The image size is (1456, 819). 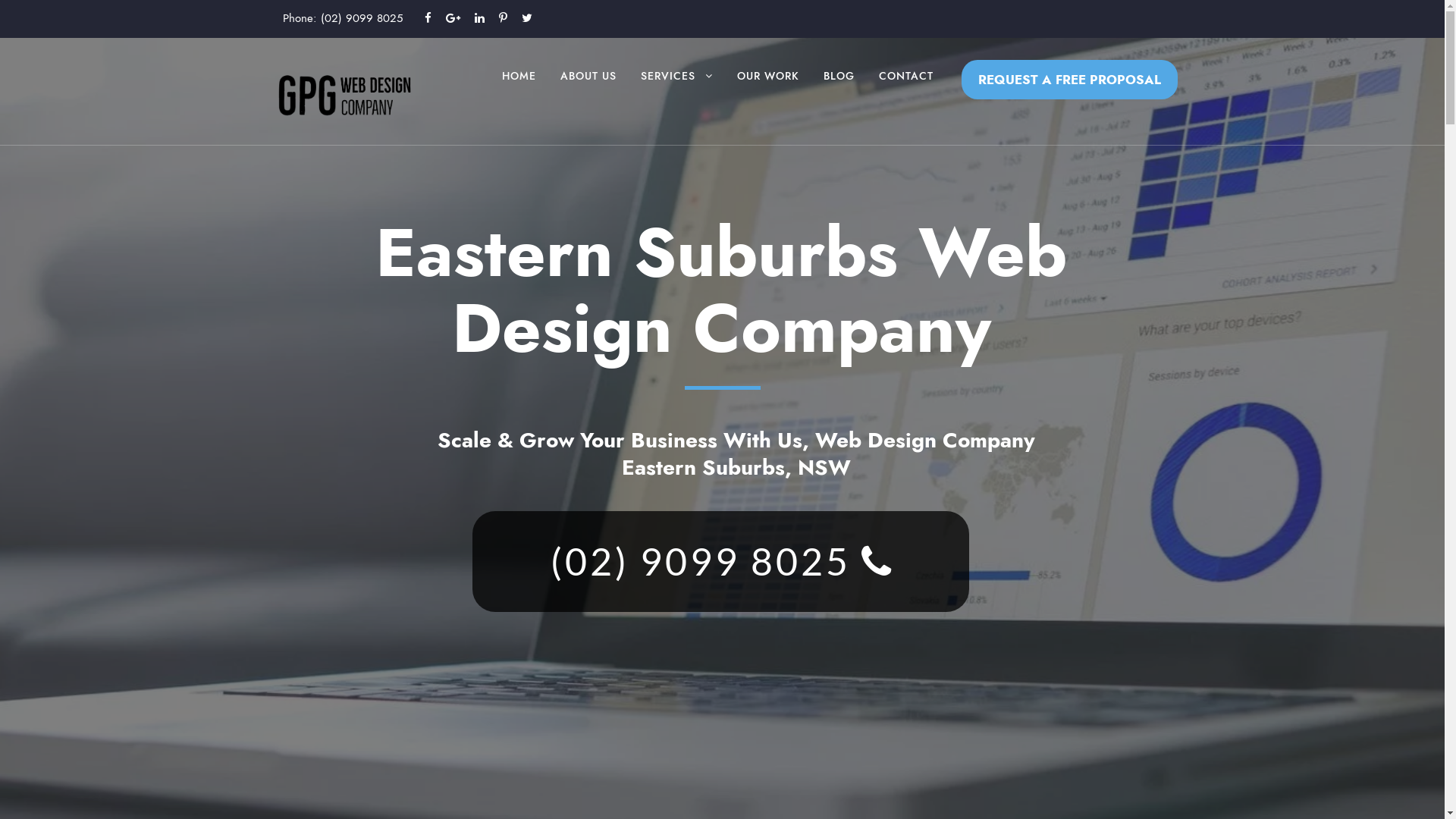 What do you see at coordinates (343, 94) in the screenshot?
I see `'Web Design Company Eastern Suburbs logo1'` at bounding box center [343, 94].